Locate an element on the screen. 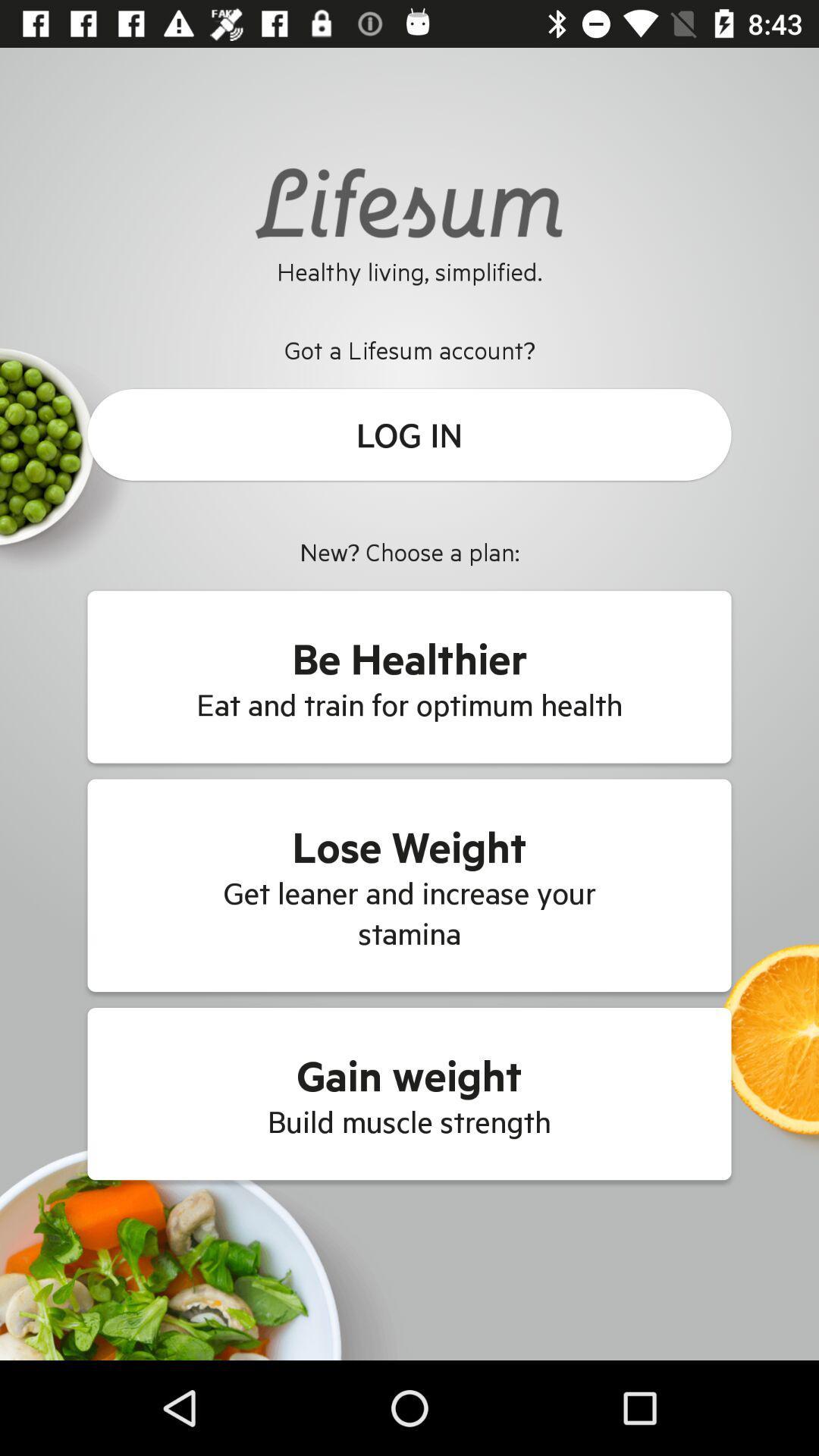 This screenshot has width=819, height=1456. log in icon is located at coordinates (409, 434).